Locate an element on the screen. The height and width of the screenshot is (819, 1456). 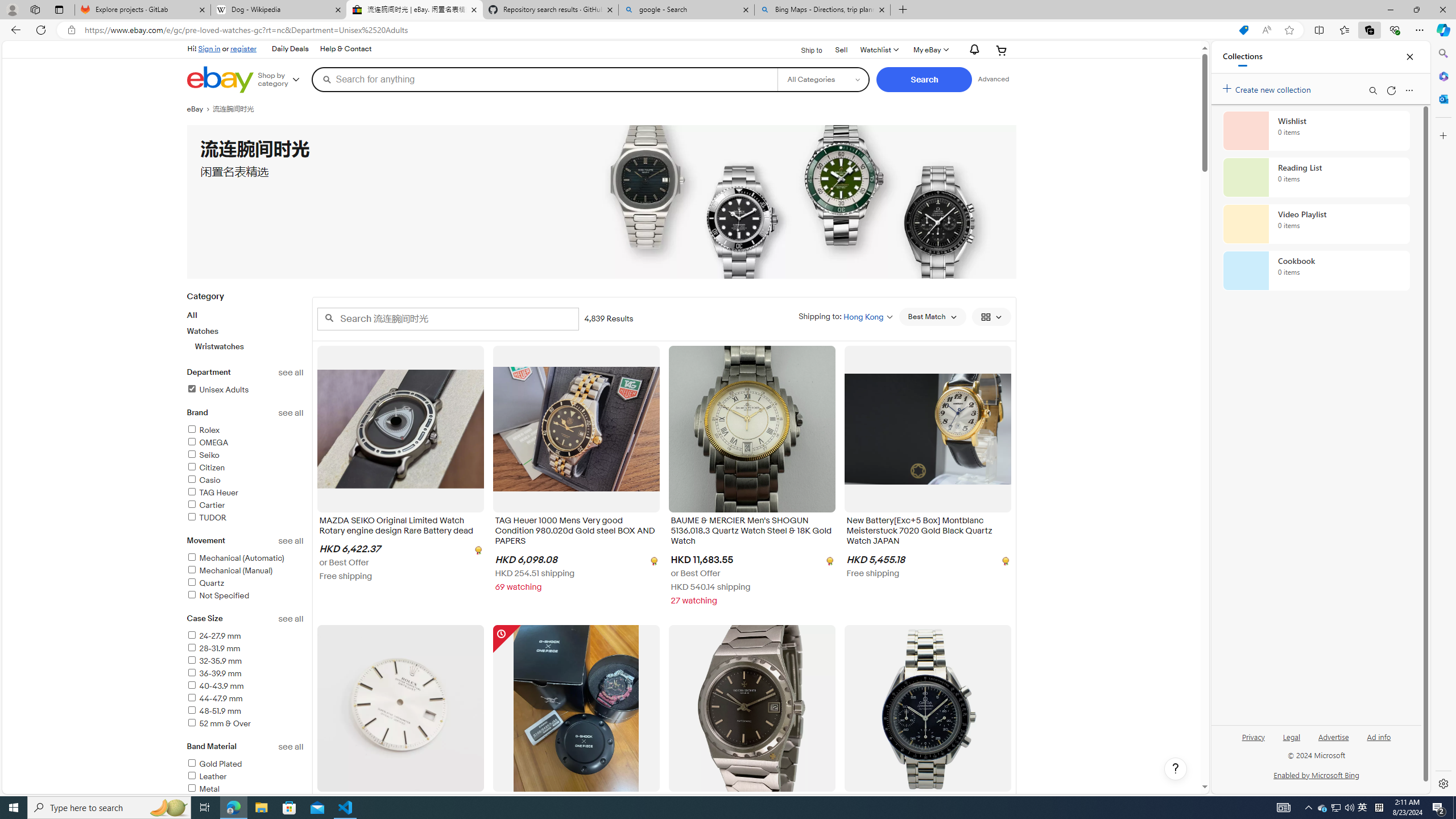
'Casio' is located at coordinates (204, 479).